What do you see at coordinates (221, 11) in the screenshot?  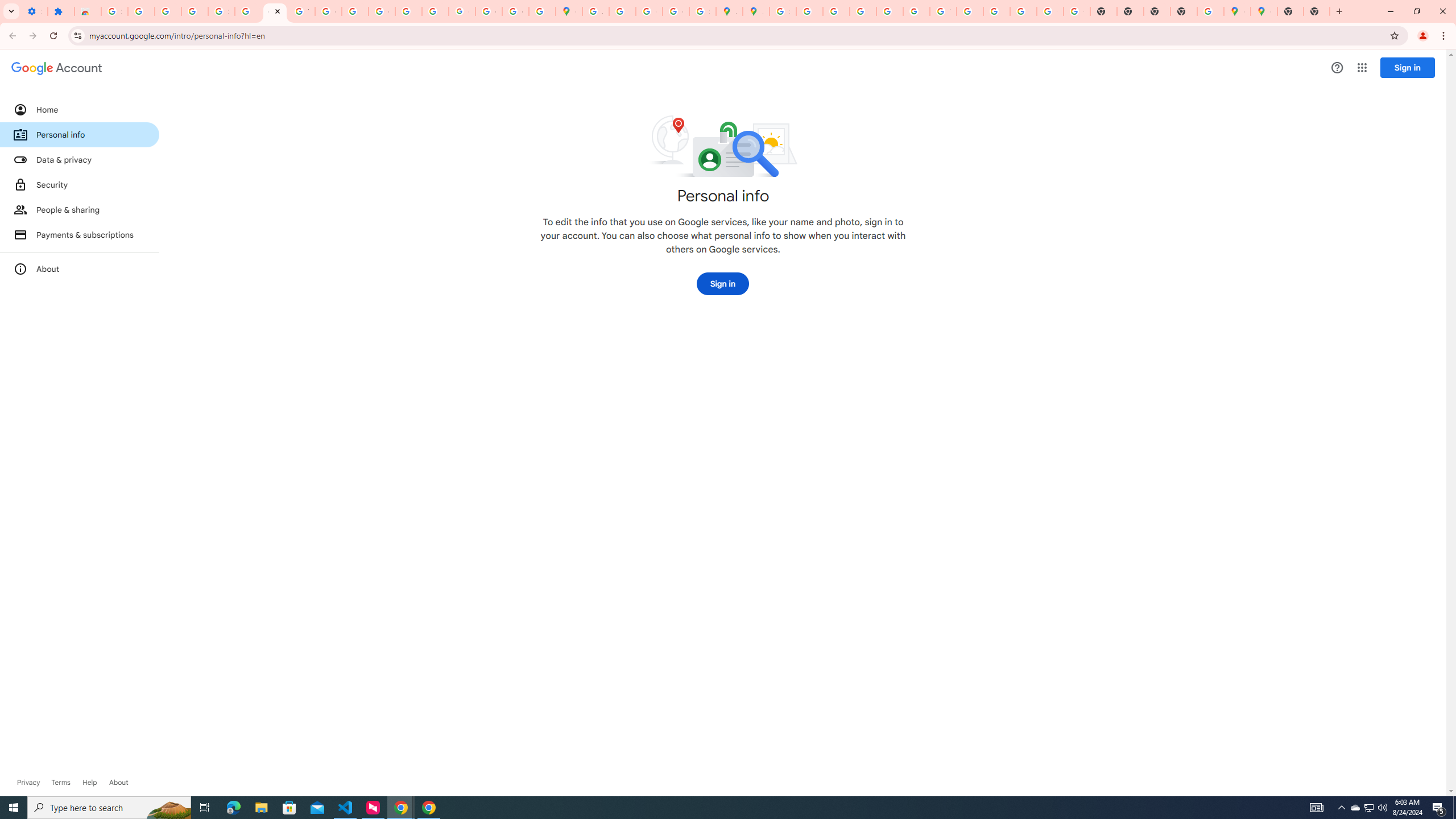 I see `'Sign in - Google Accounts'` at bounding box center [221, 11].